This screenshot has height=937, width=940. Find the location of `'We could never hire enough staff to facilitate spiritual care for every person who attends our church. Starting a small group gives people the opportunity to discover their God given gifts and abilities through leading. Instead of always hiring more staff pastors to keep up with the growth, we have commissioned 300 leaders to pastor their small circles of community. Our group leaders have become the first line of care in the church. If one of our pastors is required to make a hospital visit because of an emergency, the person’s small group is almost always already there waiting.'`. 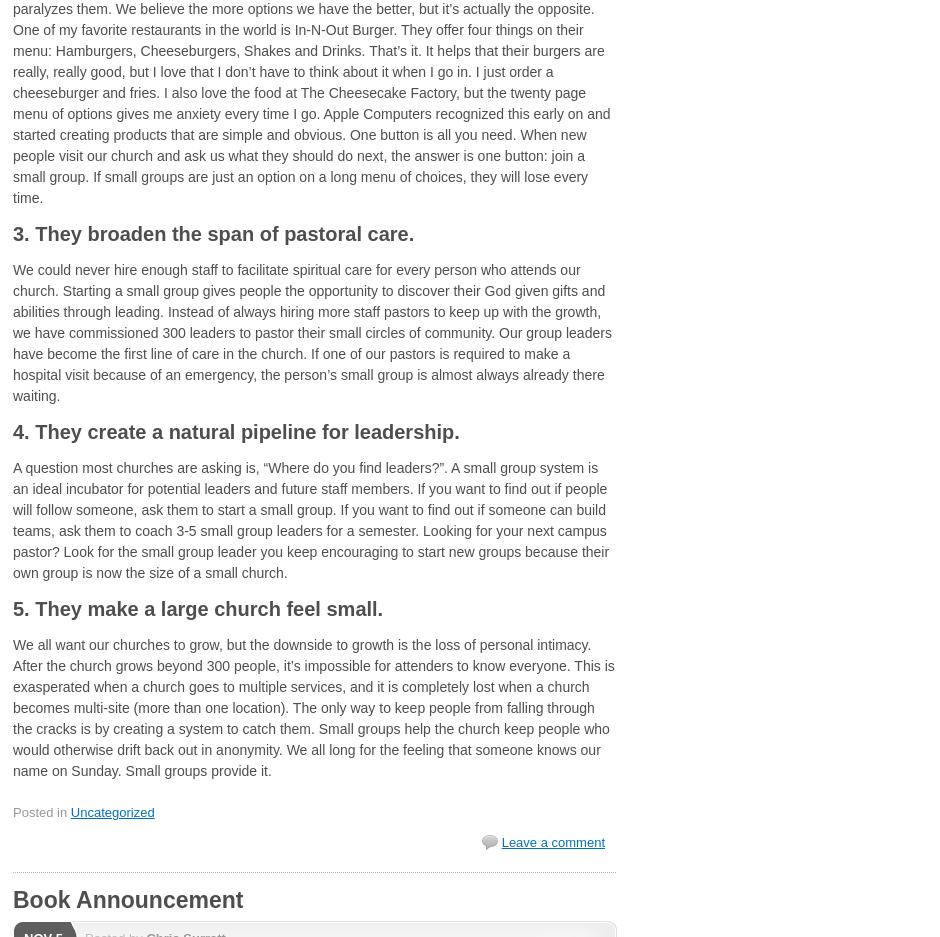

'We could never hire enough staff to facilitate spiritual care for every person who attends our church. Starting a small group gives people the opportunity to discover their God given gifts and abilities through leading. Instead of always hiring more staff pastors to keep up with the growth, we have commissioned 300 leaders to pastor their small circles of community. Our group leaders have become the first line of care in the church. If one of our pastors is required to make a hospital visit because of an emergency, the person’s small group is almost always already there waiting.' is located at coordinates (310, 331).